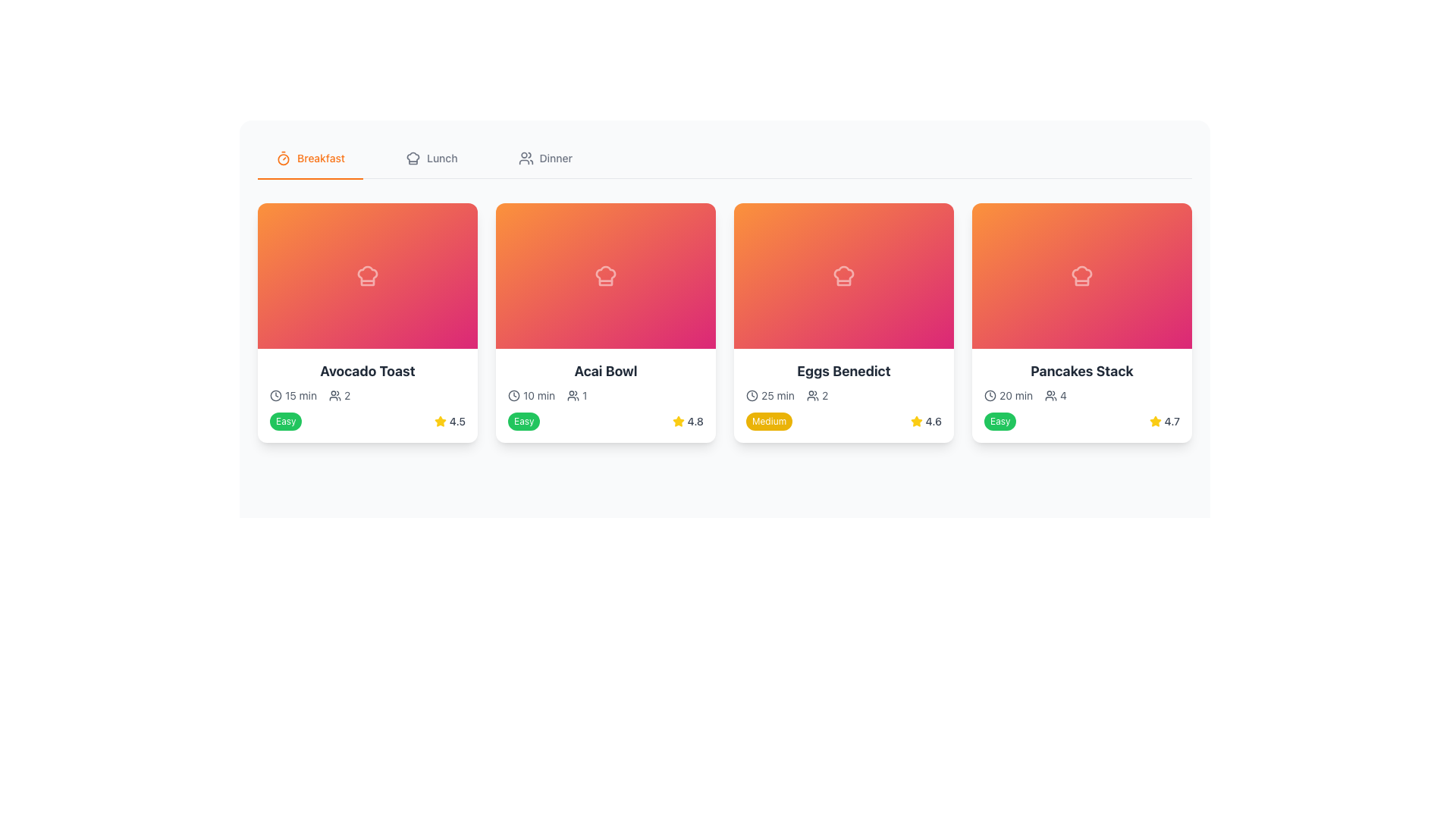  I want to click on the text label displaying '20 min' which is located within the 'Pancakes Stack' card, aligned with other time indicators, so click(1015, 394).